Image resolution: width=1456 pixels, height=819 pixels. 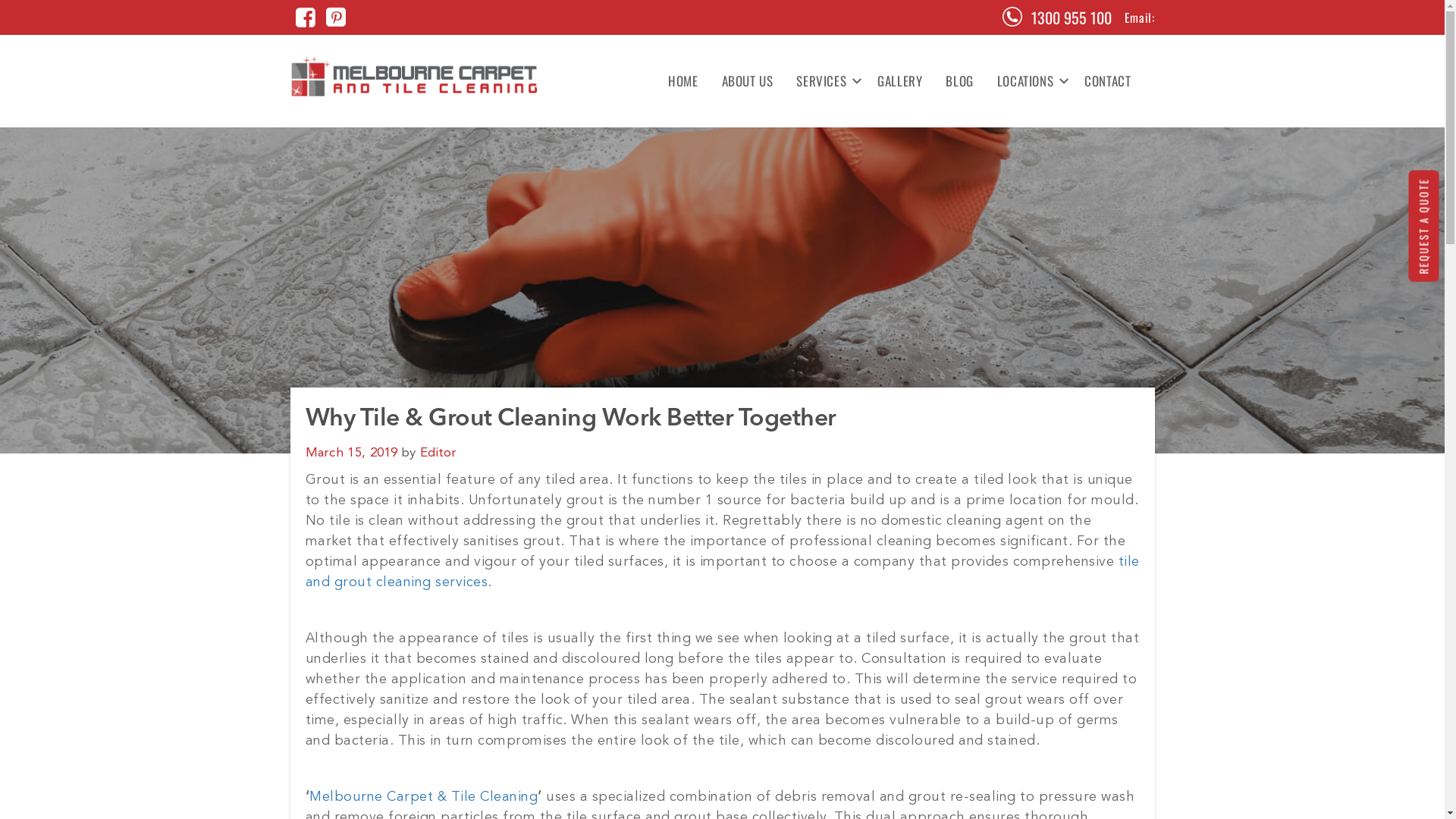 What do you see at coordinates (824, 81) in the screenshot?
I see `'SERVICES'` at bounding box center [824, 81].